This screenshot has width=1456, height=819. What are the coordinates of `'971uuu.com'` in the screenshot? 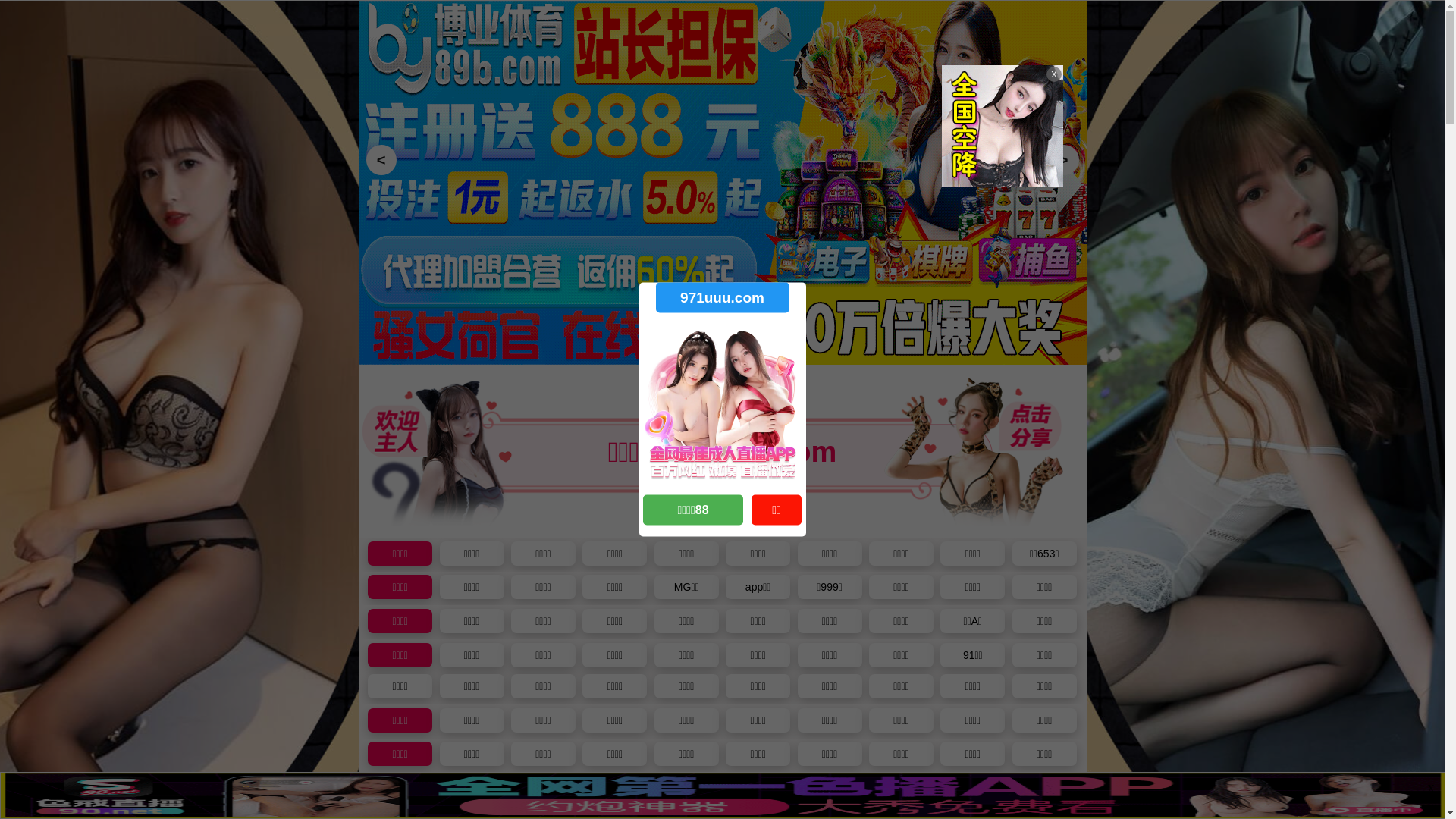 It's located at (720, 297).